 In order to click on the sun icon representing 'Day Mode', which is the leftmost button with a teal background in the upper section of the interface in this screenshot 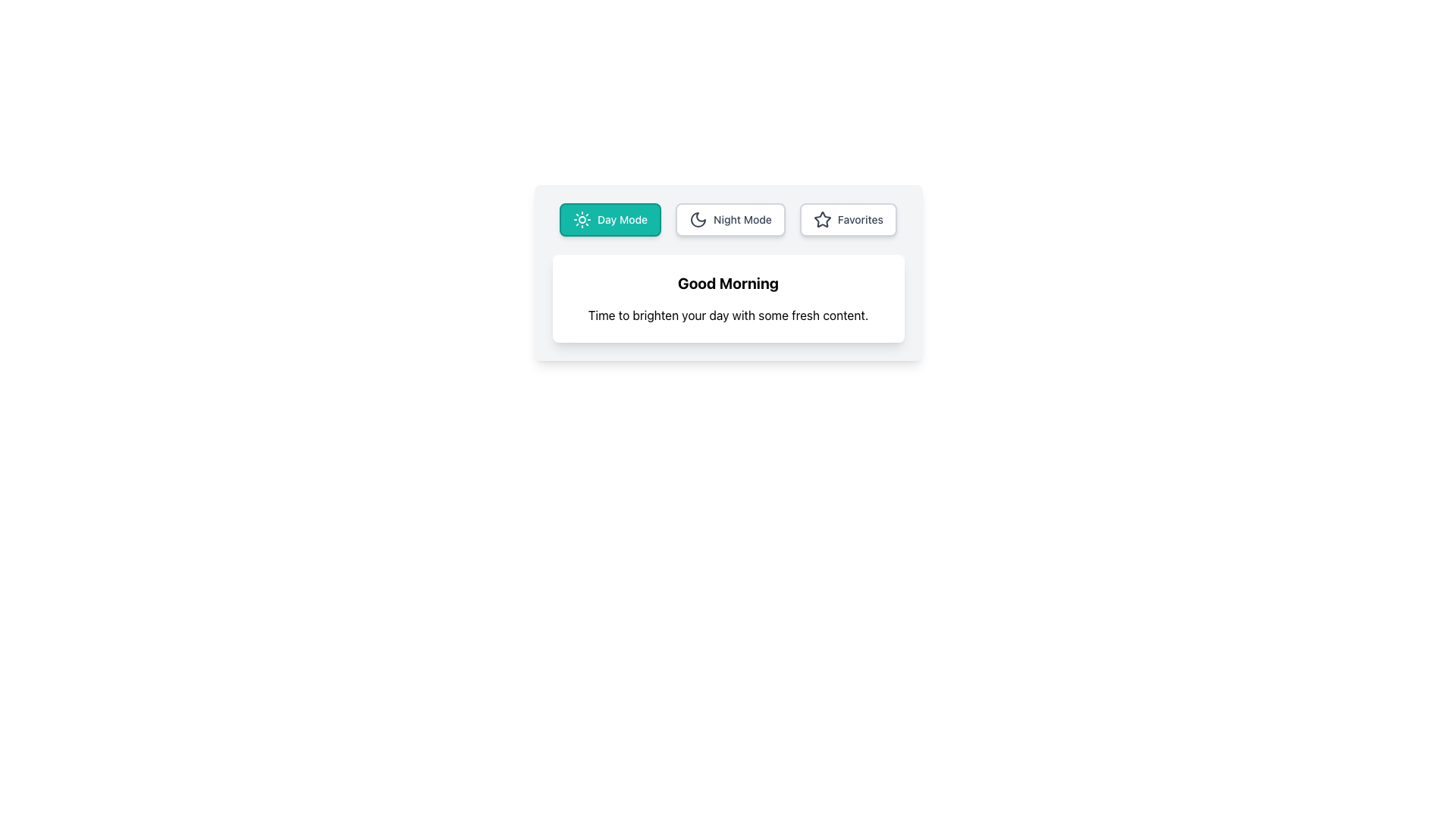, I will do `click(582, 219)`.